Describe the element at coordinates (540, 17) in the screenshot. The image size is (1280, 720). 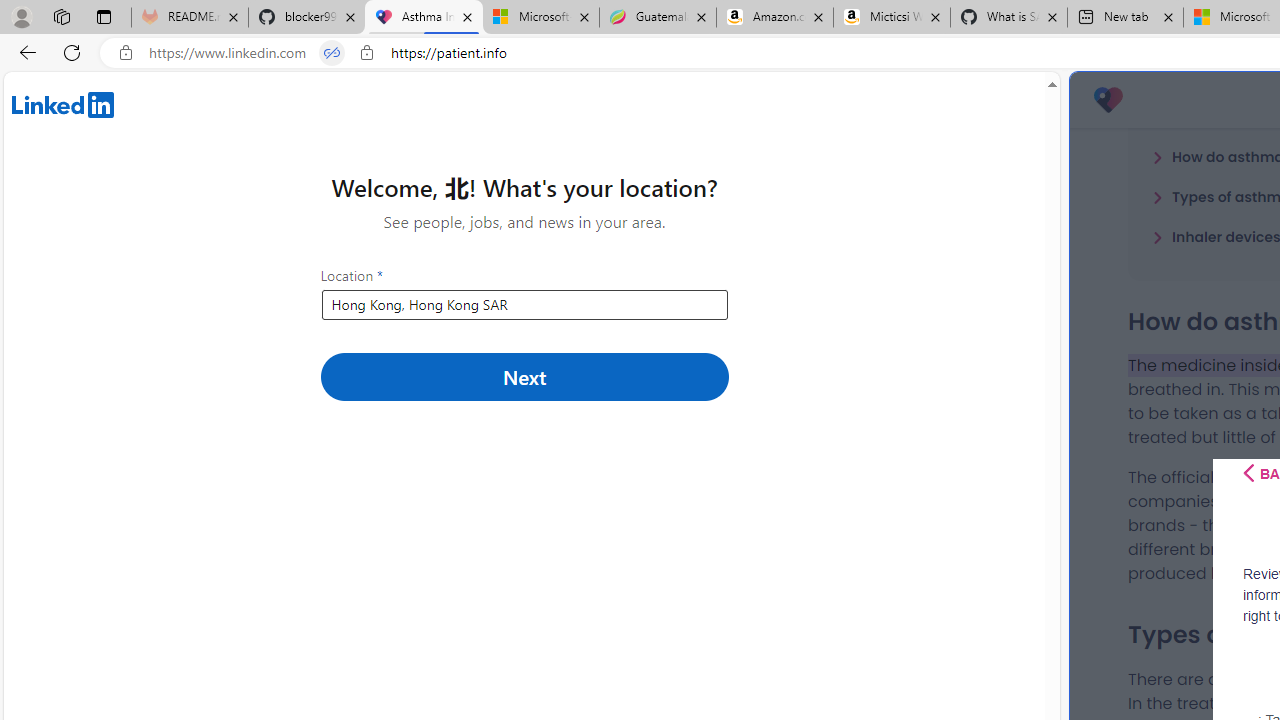
I see `'Microsoft-Report a Concern to Bing'` at that location.